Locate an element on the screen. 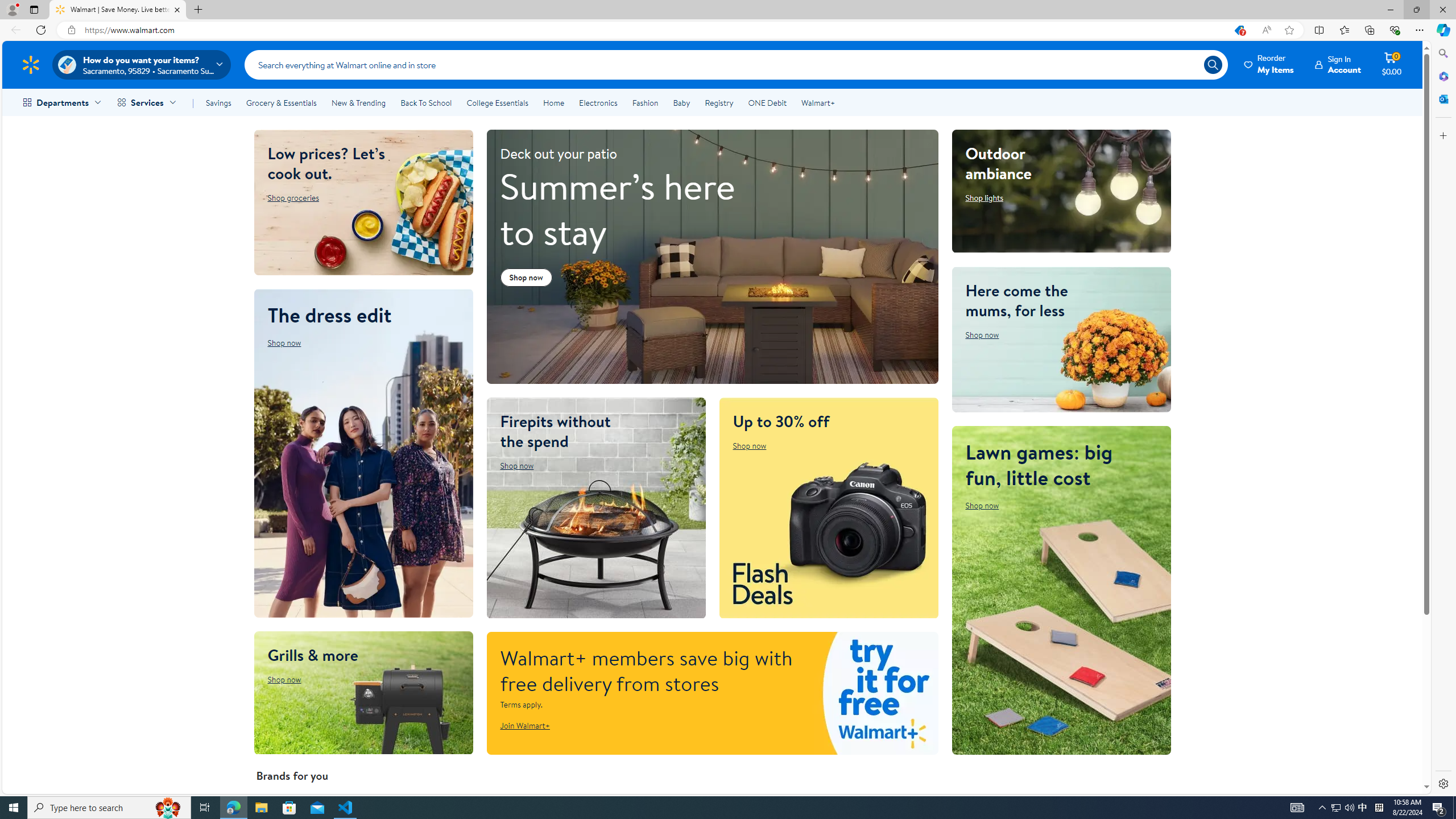 The height and width of the screenshot is (819, 1456). 'Walmart | Save Money. Live better.' is located at coordinates (118, 9).